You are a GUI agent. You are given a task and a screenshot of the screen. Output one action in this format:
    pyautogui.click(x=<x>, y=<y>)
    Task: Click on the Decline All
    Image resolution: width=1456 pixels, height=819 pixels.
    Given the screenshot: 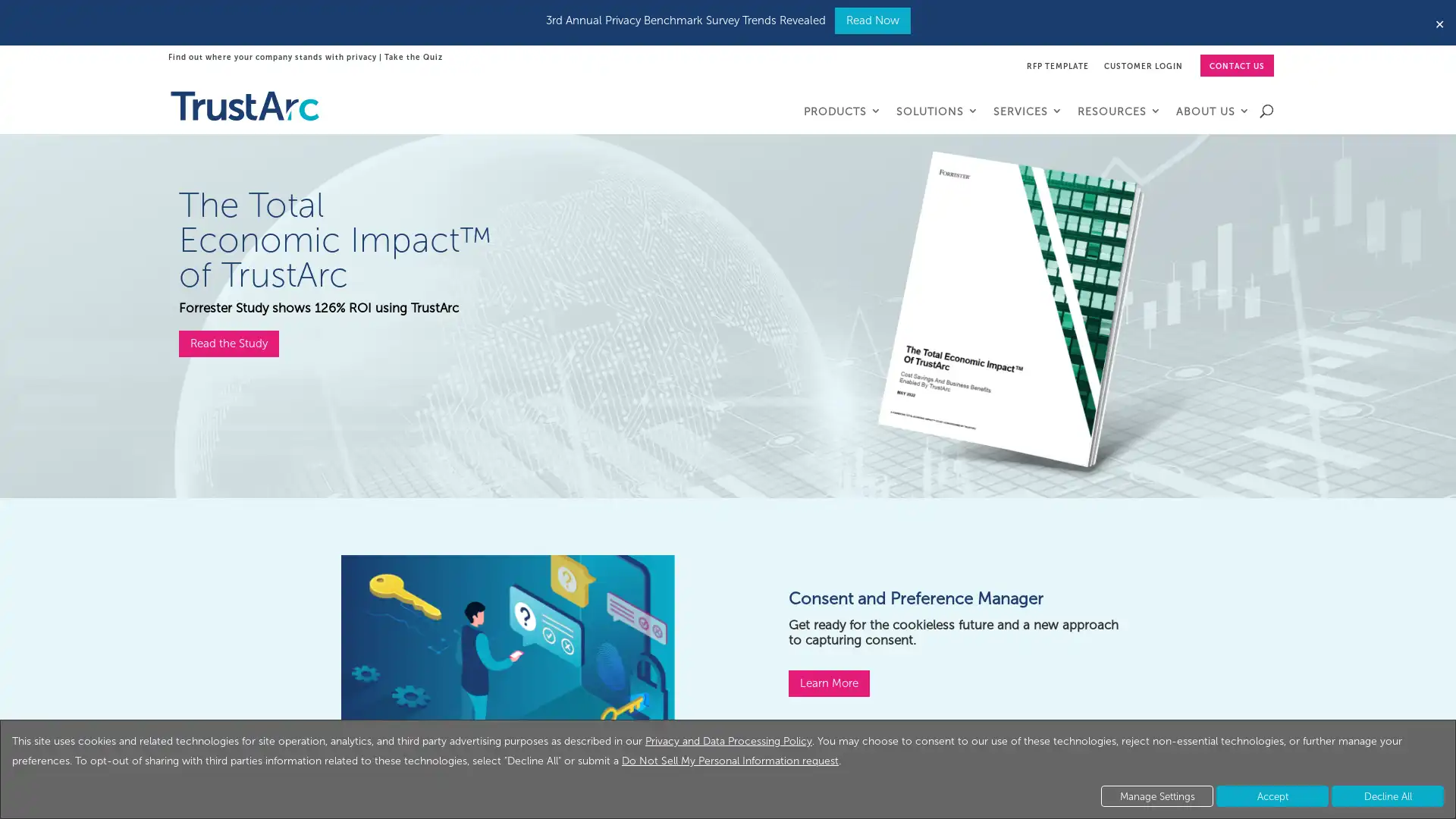 What is the action you would take?
    pyautogui.click(x=1387, y=795)
    